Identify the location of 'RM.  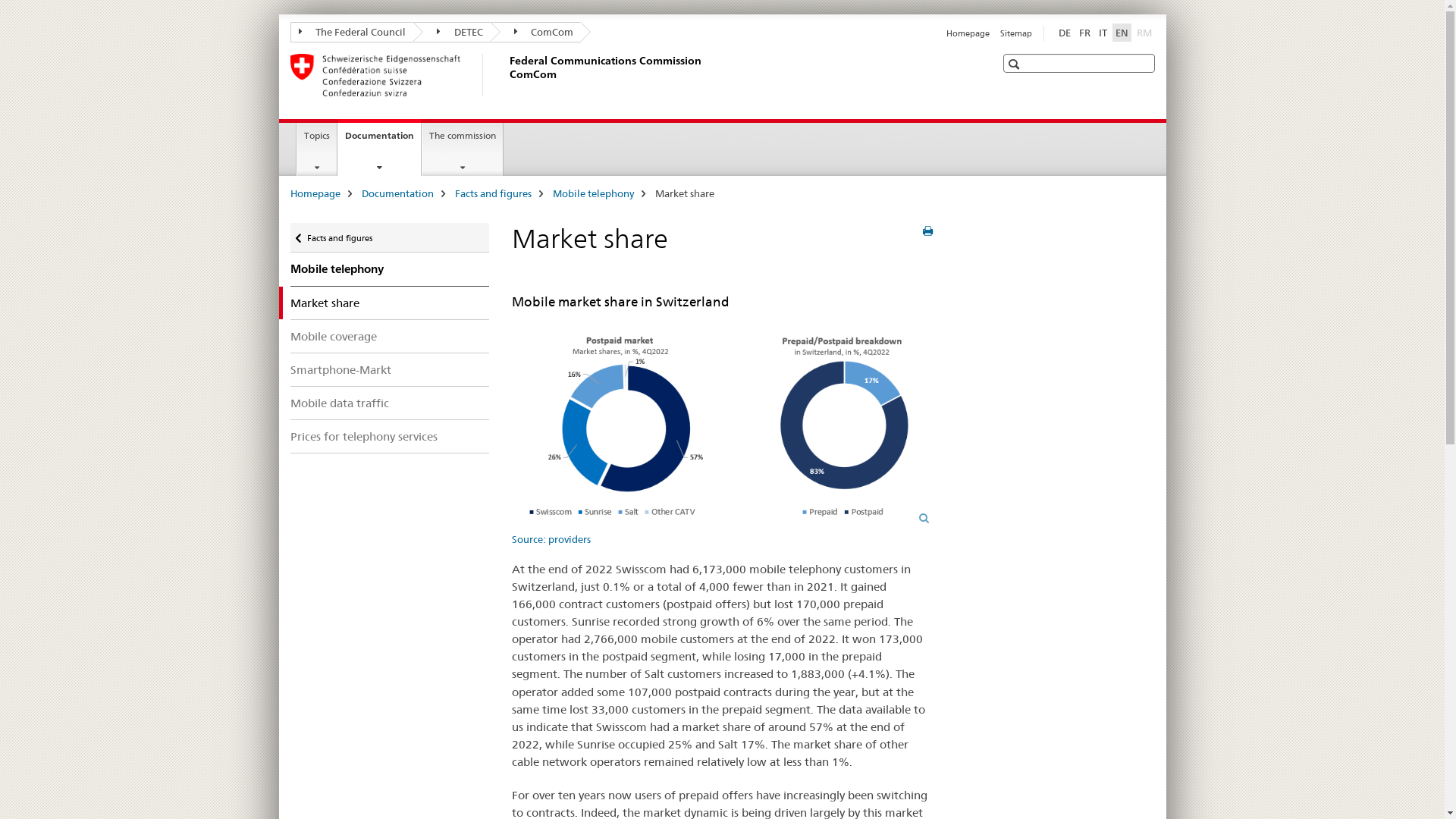
(1143, 32).